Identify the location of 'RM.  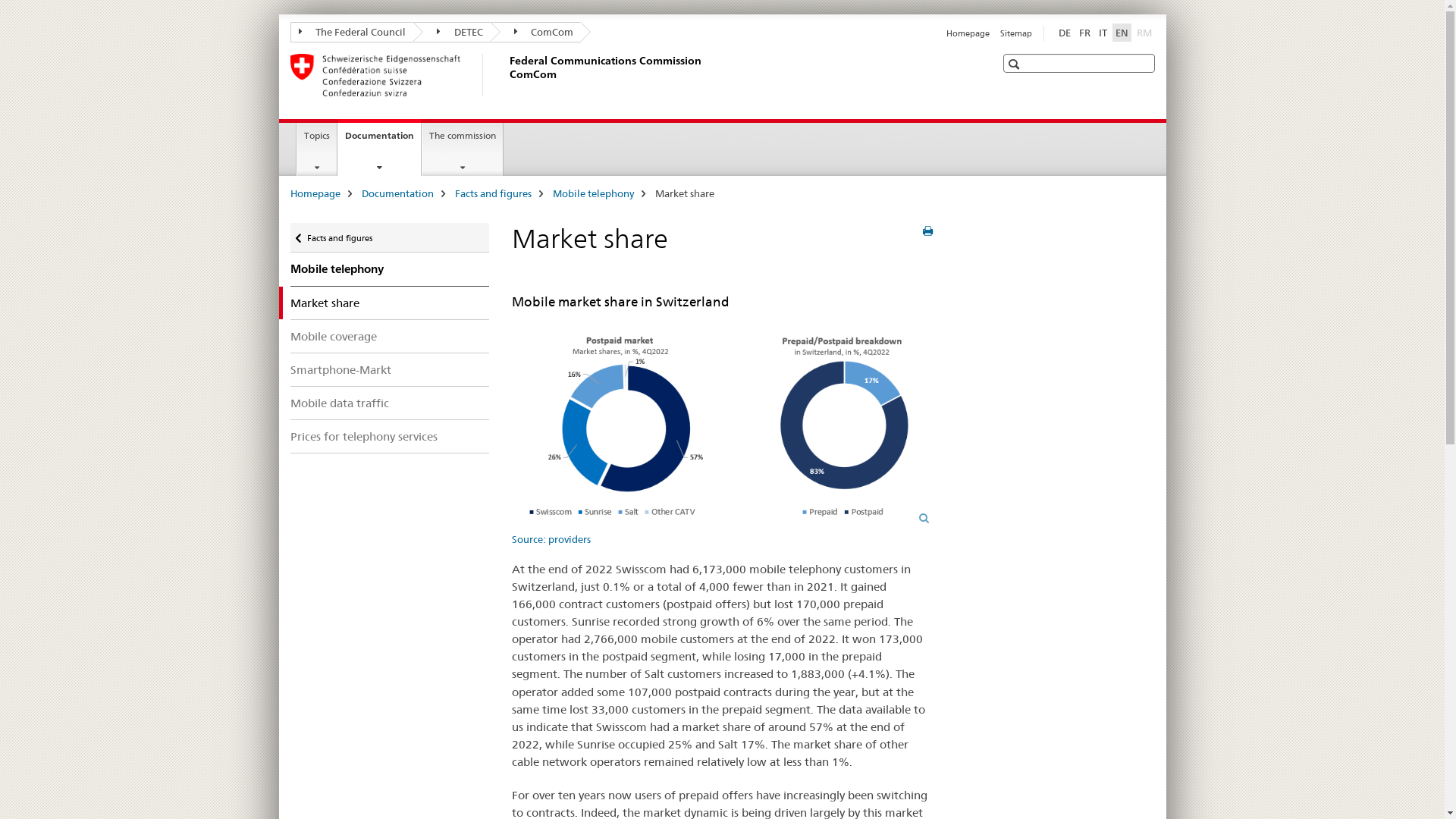
(1143, 32).